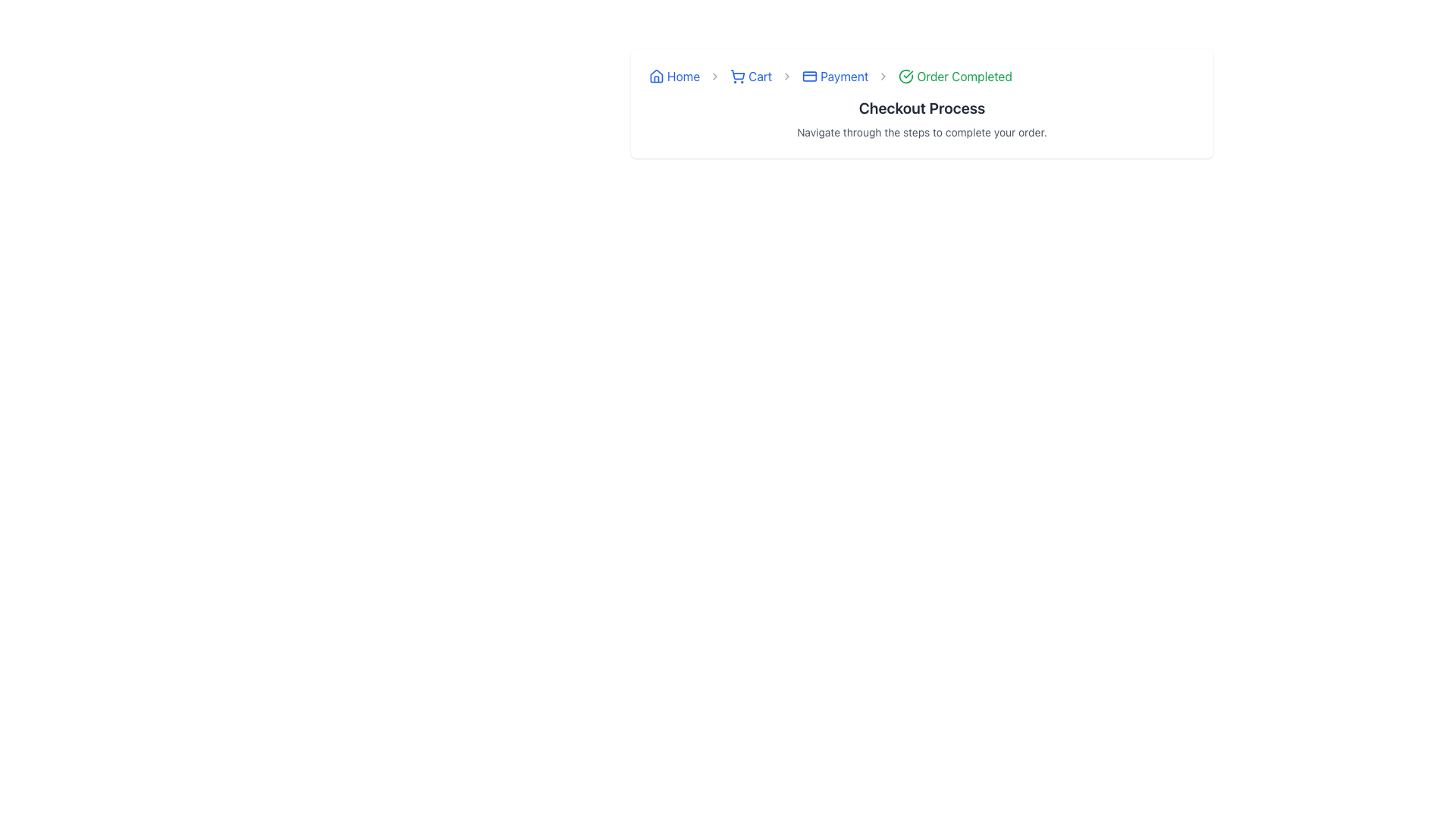 This screenshot has height=819, width=1456. What do you see at coordinates (656, 76) in the screenshot?
I see `the house icon located in the breadcrumb navigation adjacent to the 'Home' text label` at bounding box center [656, 76].